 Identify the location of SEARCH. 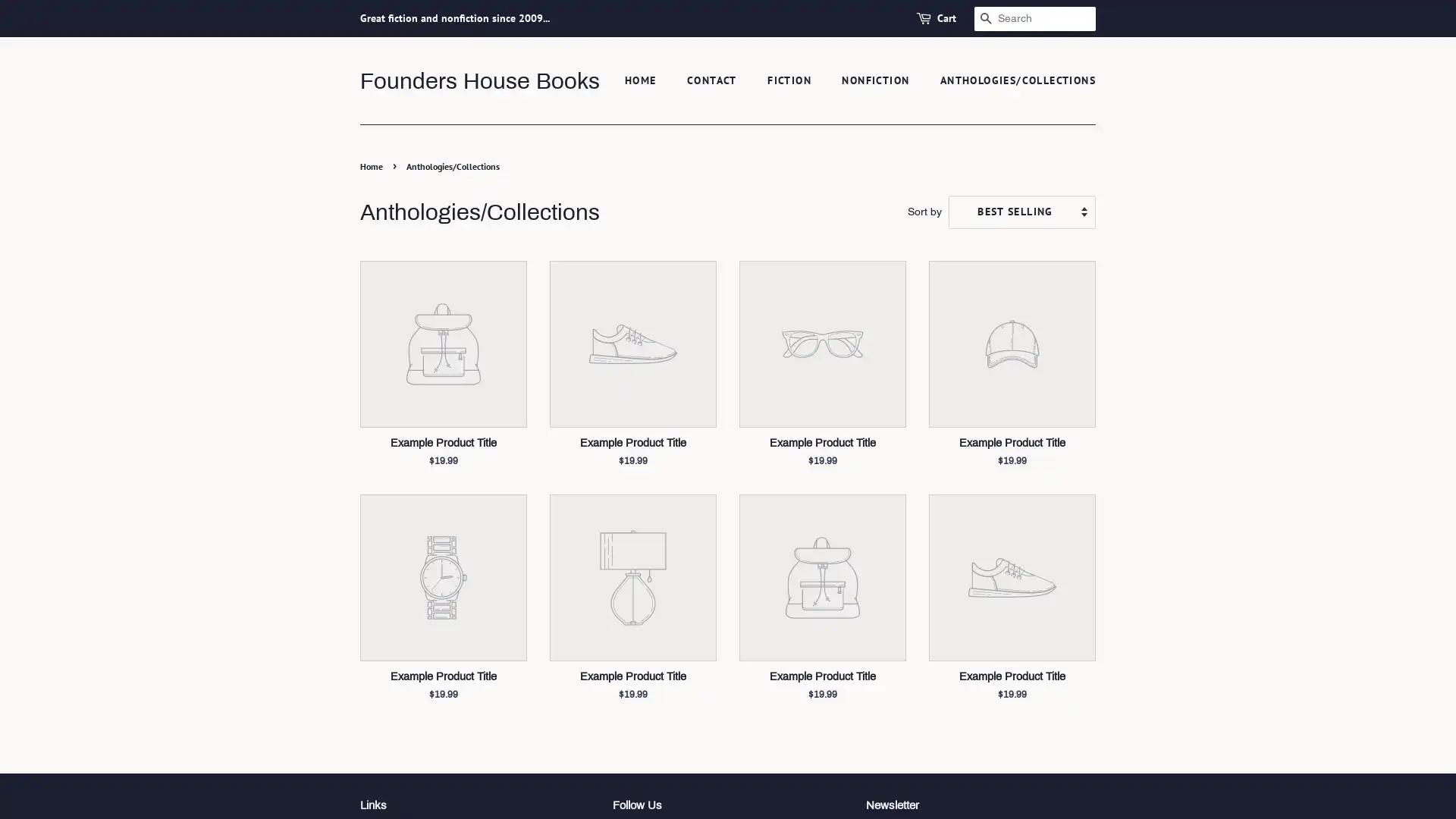
(986, 18).